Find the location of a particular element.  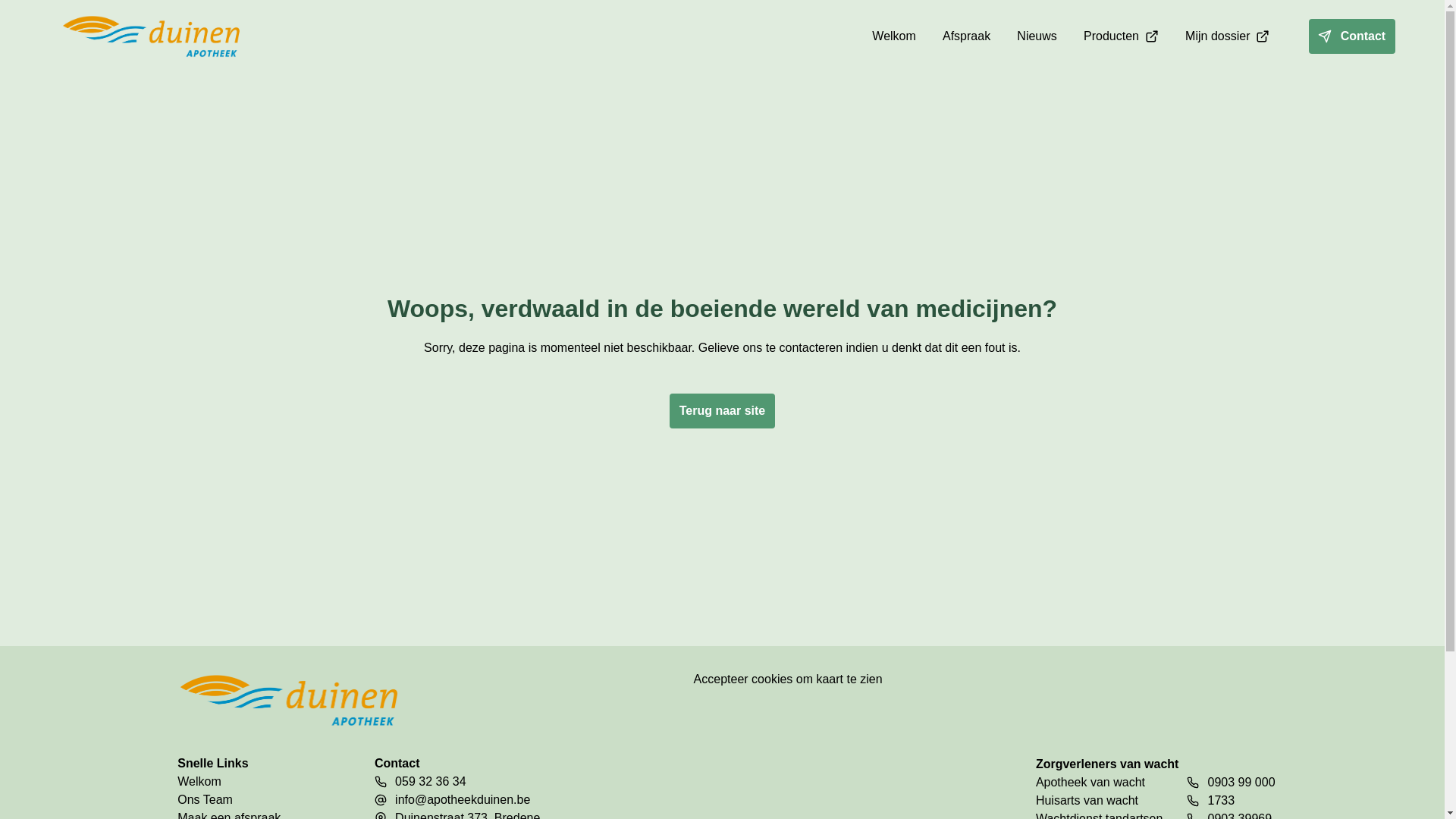

'Terug naar site' is located at coordinates (721, 397).